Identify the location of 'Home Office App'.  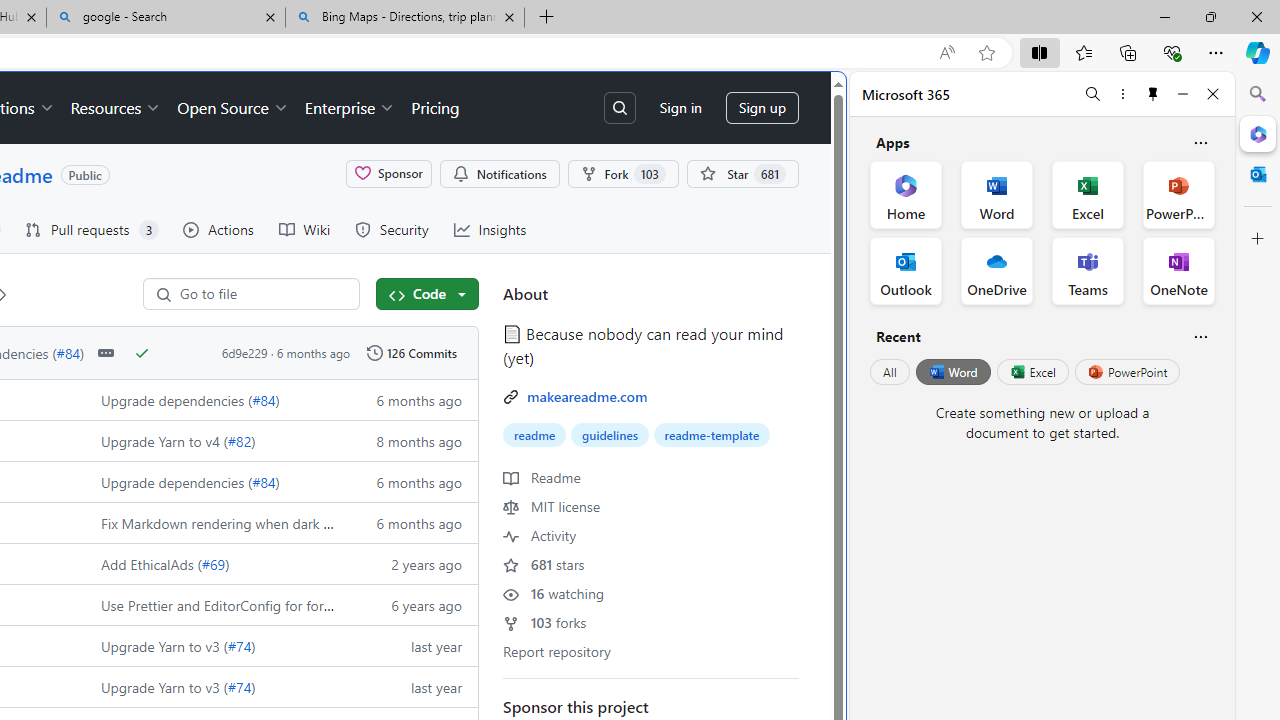
(905, 195).